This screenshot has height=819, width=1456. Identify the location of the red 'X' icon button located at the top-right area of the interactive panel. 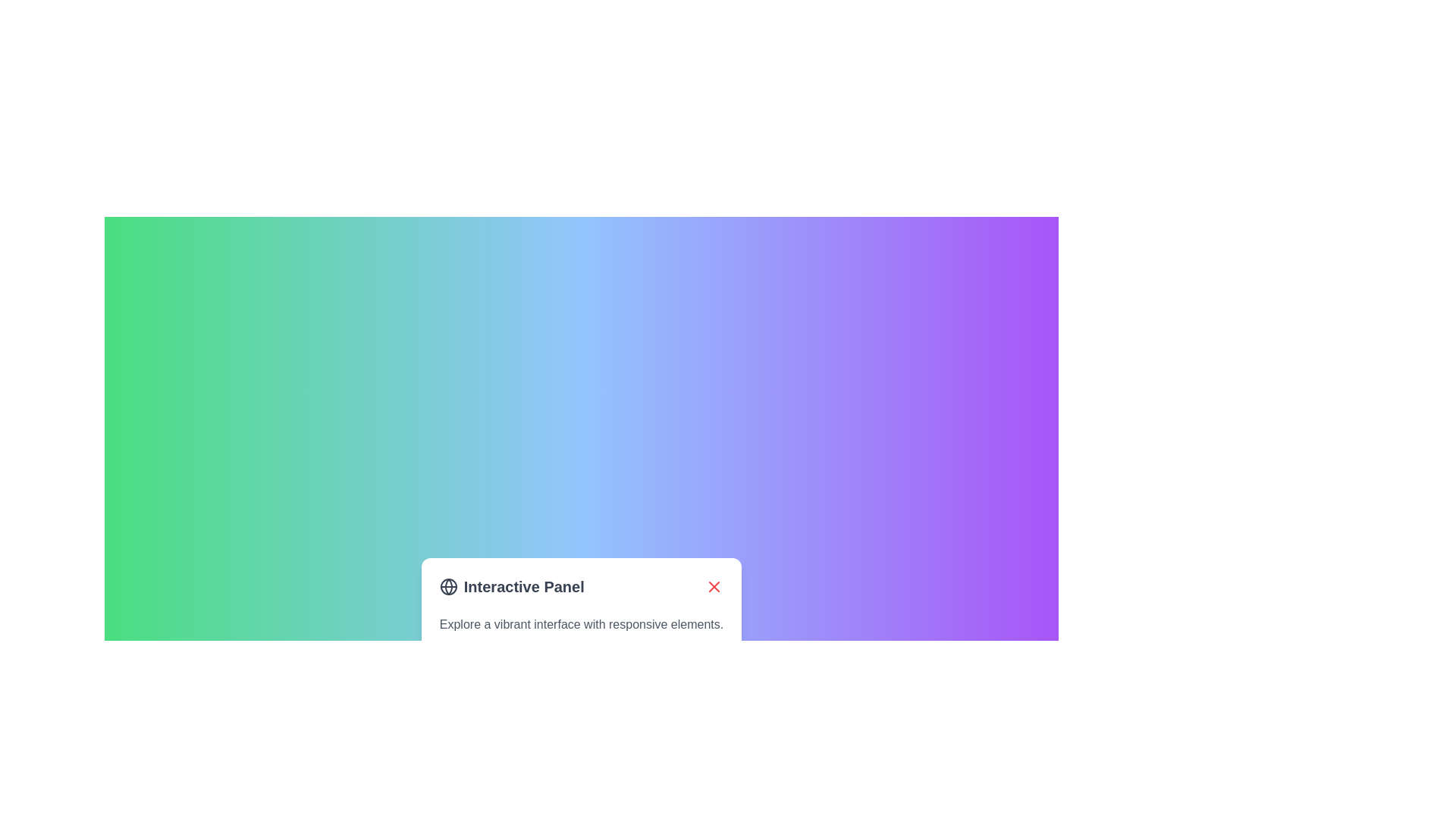
(714, 586).